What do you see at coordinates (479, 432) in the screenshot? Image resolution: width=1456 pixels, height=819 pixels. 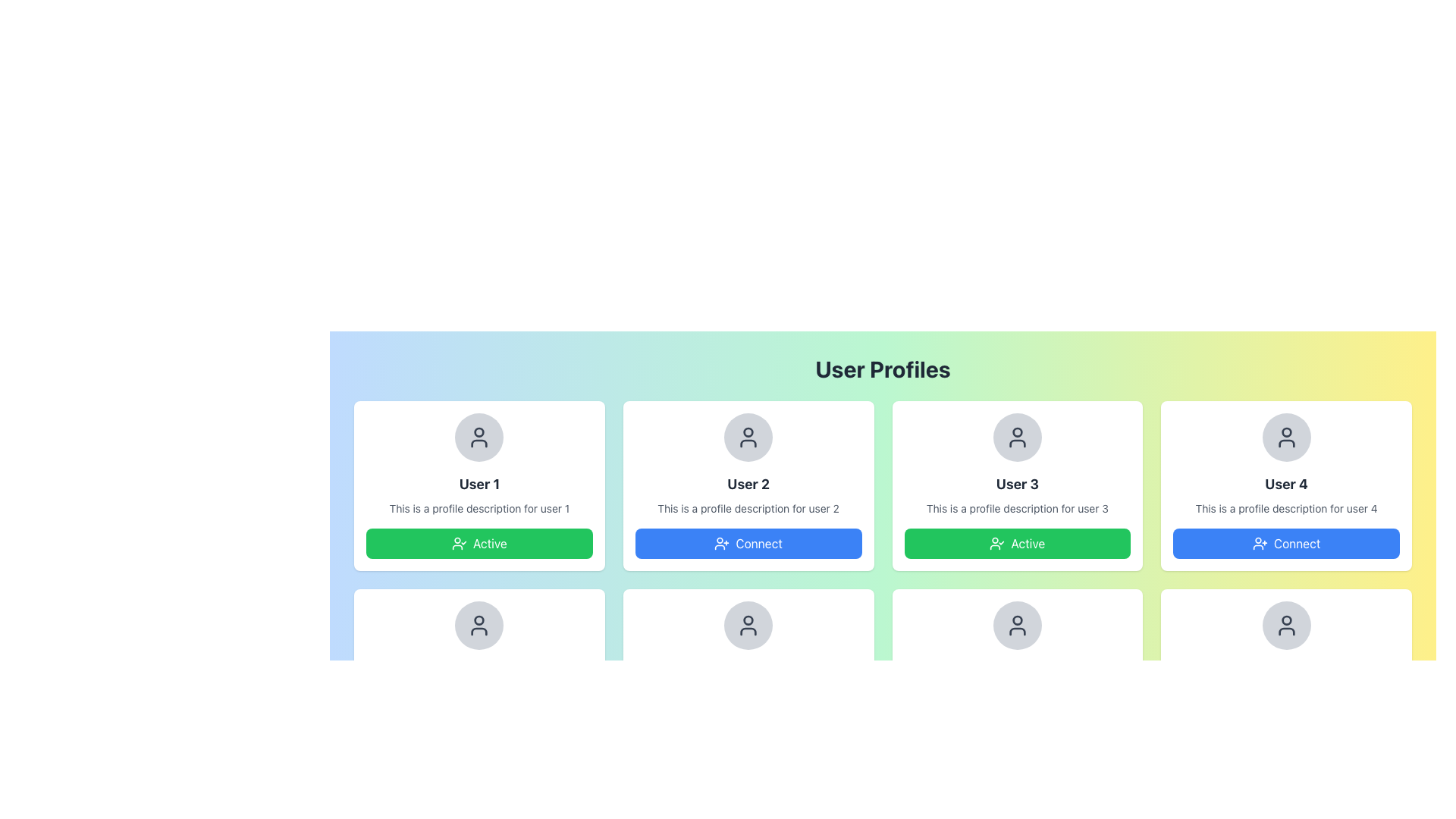 I see `the decorative or functional part of the avatar icon located at the top center of the User 1 profile card` at bounding box center [479, 432].